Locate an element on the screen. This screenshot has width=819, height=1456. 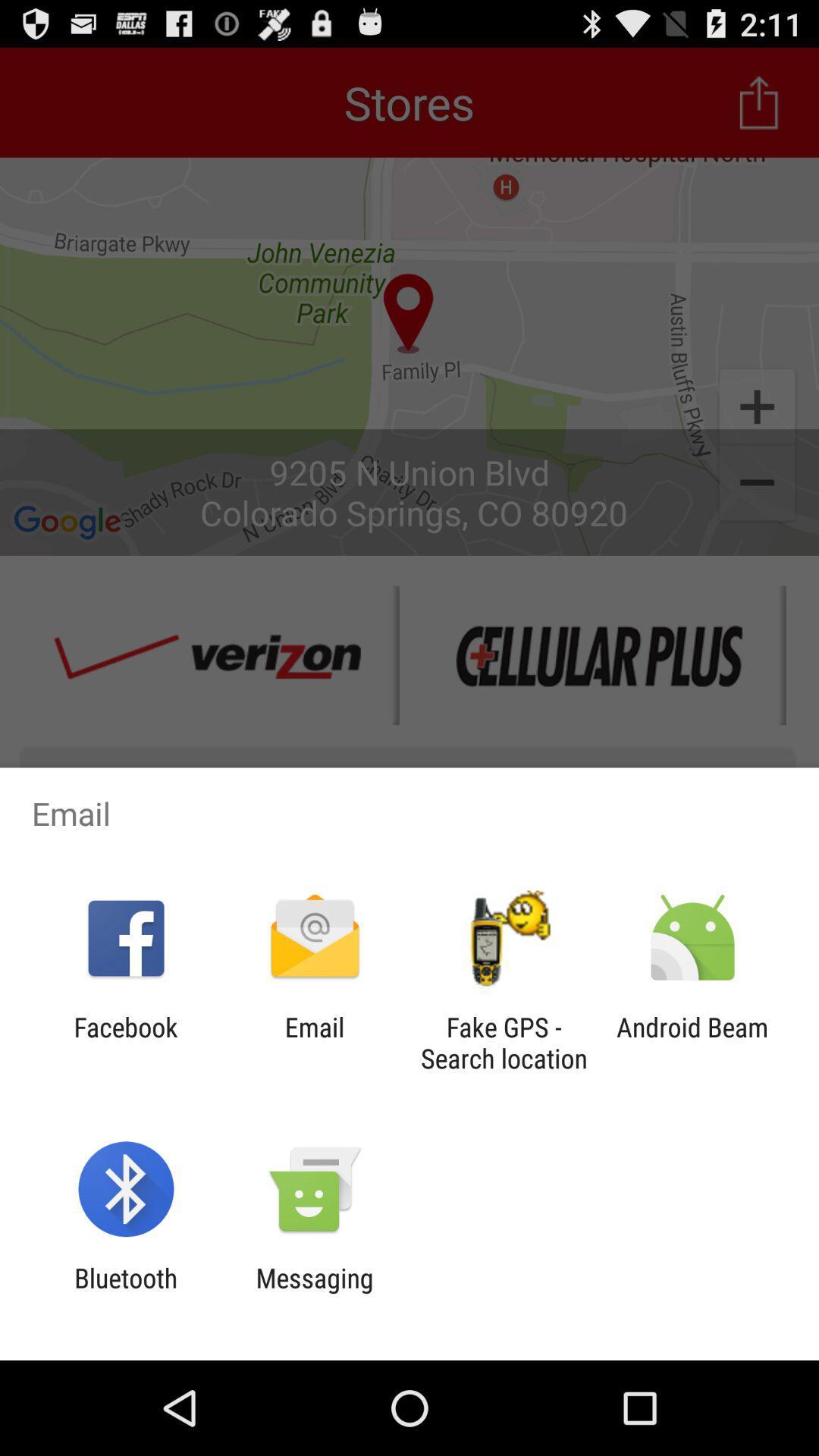
the fake gps search icon is located at coordinates (504, 1042).